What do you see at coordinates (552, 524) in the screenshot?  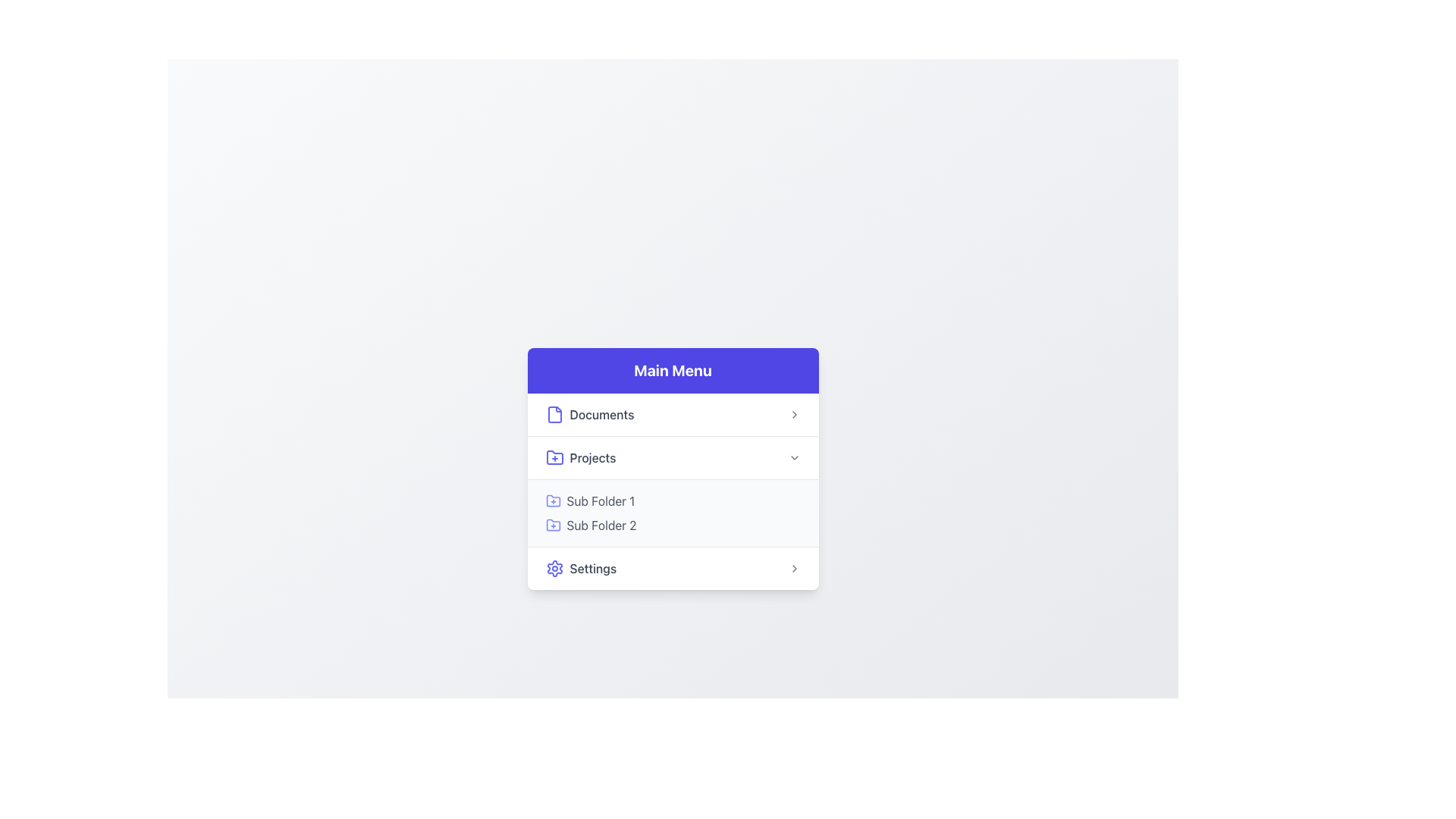 I see `the icon located to the left of the label text 'Sub Folder 2'` at bounding box center [552, 524].